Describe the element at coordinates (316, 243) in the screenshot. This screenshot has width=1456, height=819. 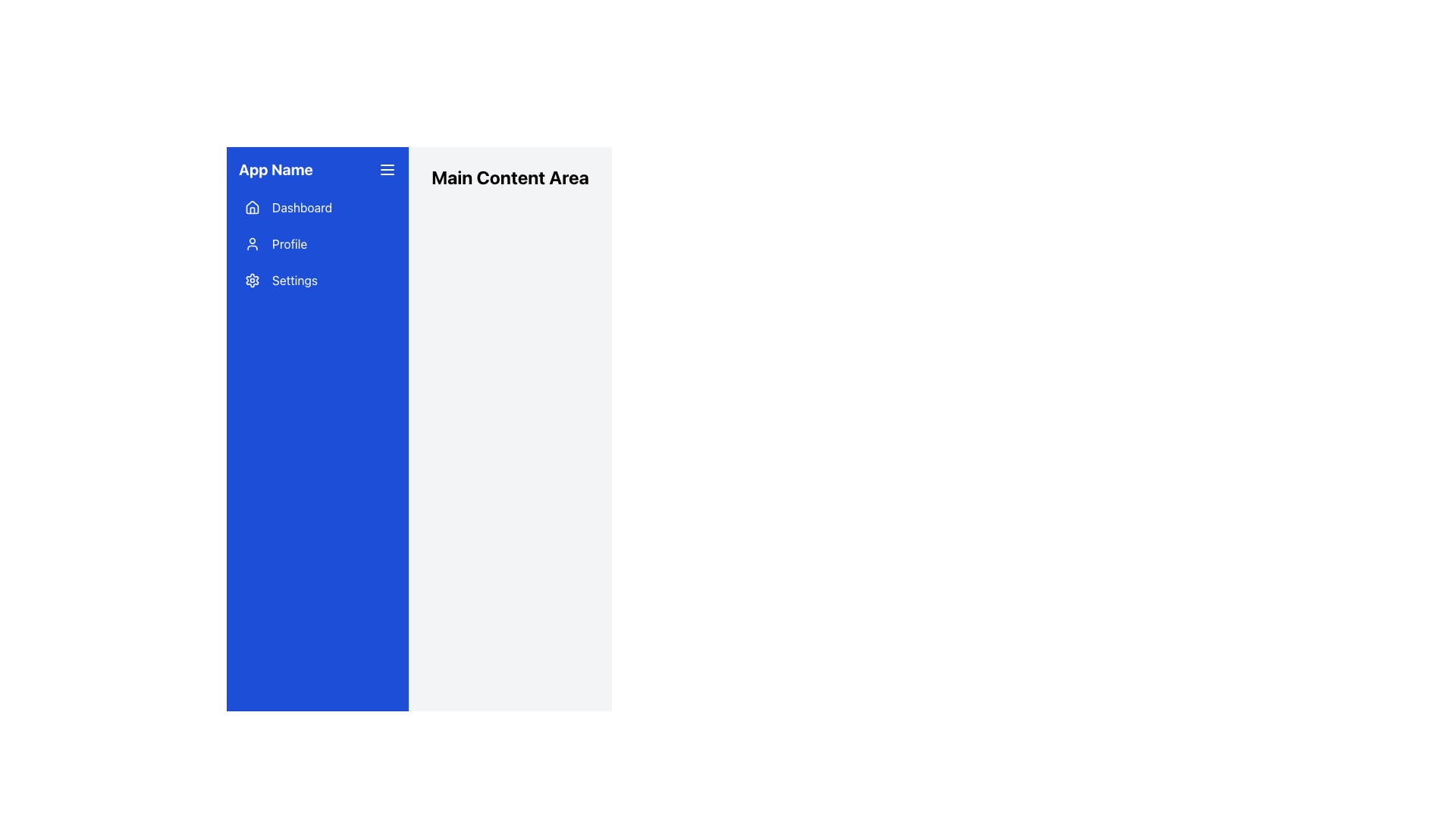
I see `the blue 'Profile' navigation button located in the sidebar, which is the second item in the list below 'Dashboard' and above 'Settings'` at that location.